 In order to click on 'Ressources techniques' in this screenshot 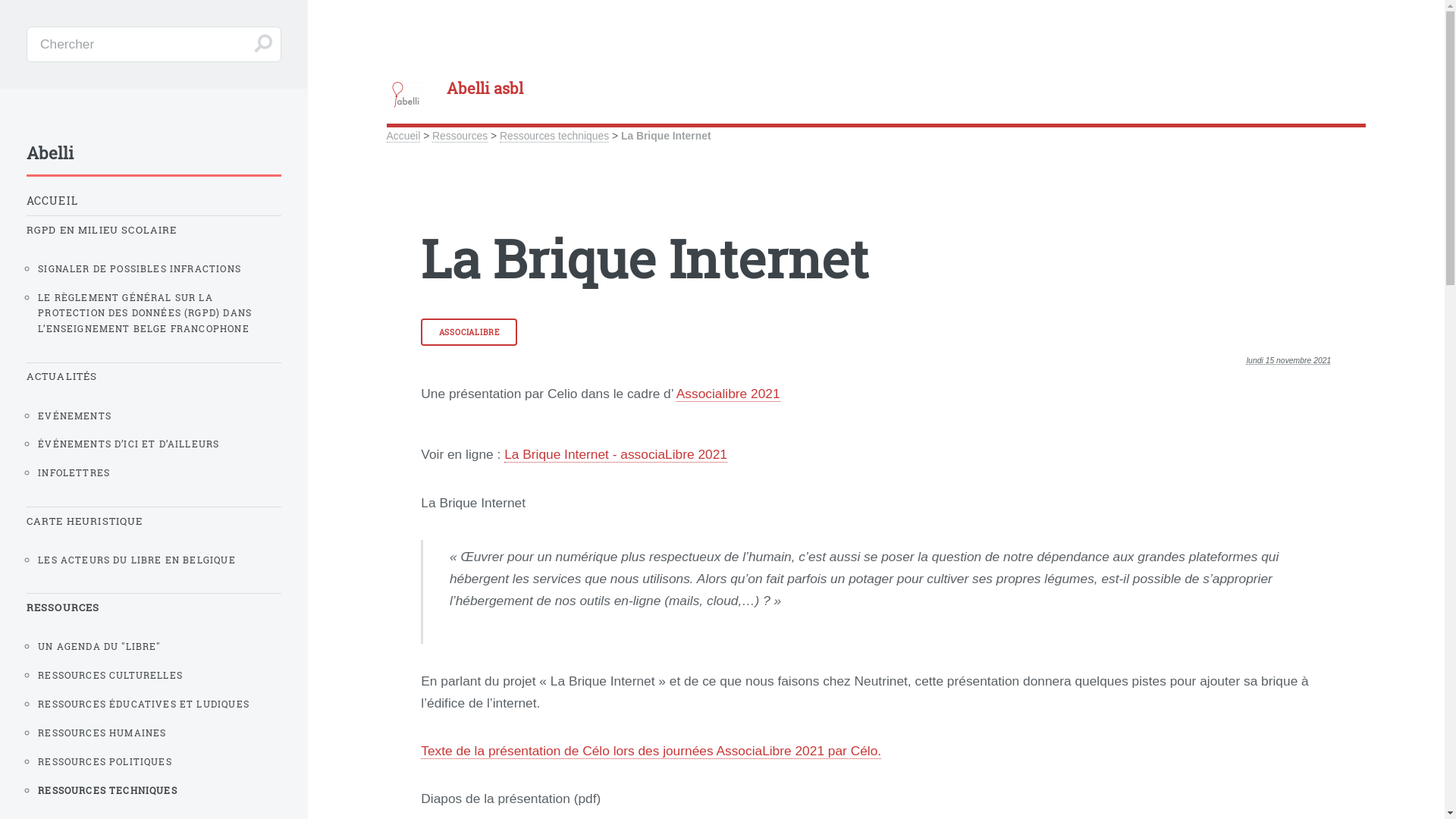, I will do `click(499, 135)`.